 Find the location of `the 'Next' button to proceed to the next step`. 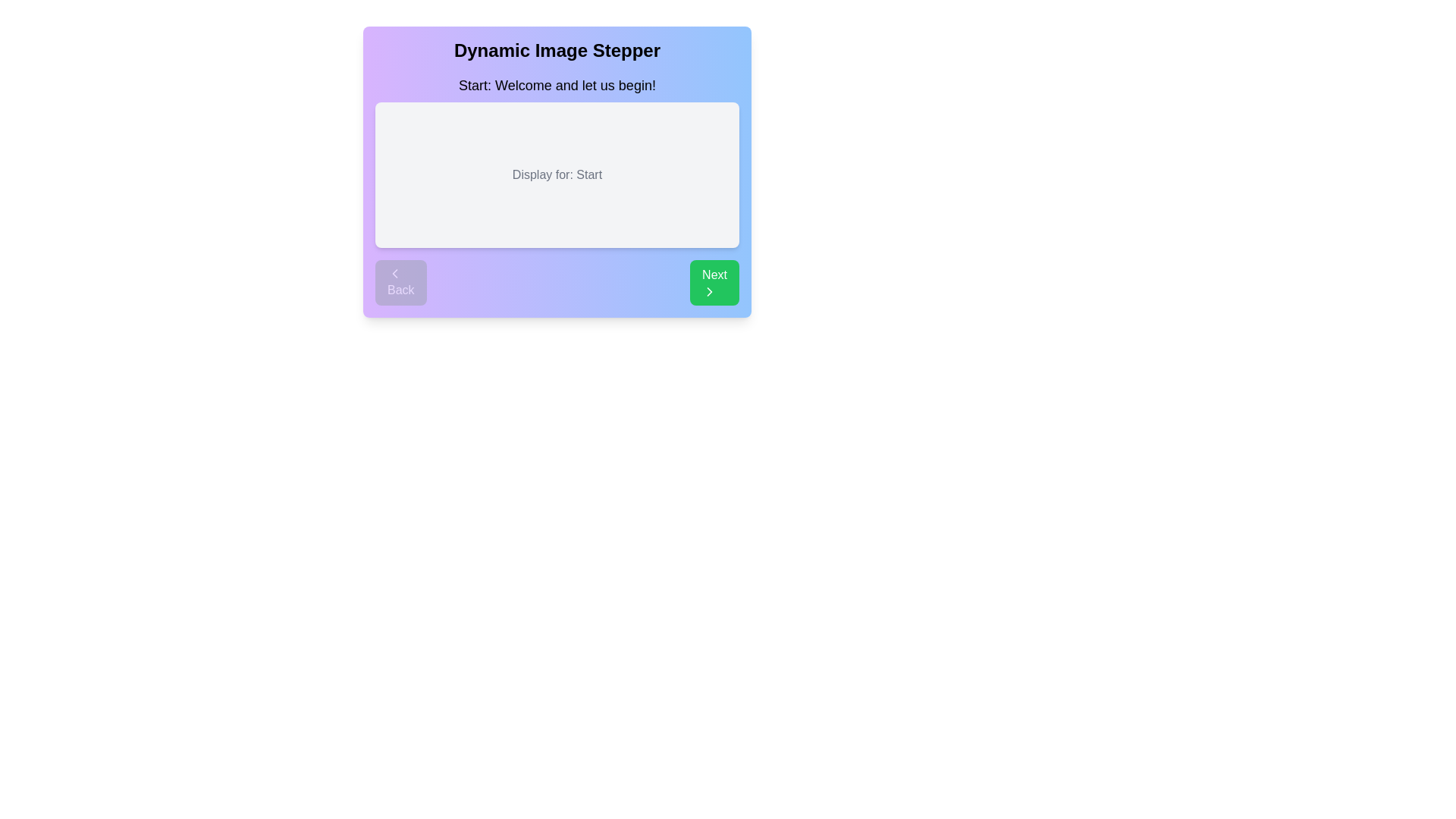

the 'Next' button to proceed to the next step is located at coordinates (713, 283).